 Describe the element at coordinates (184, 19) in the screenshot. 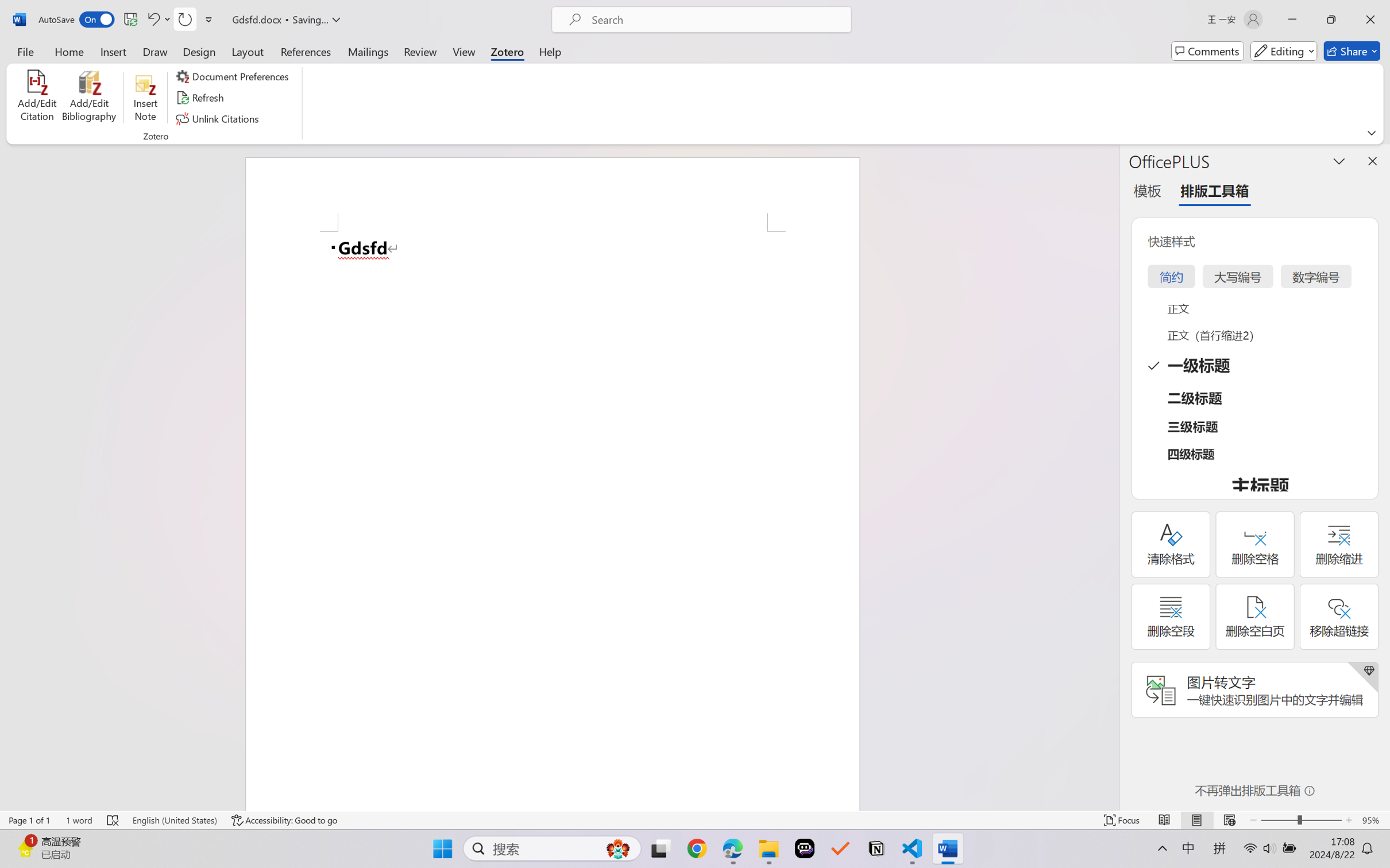

I see `'Repeat Style'` at that location.